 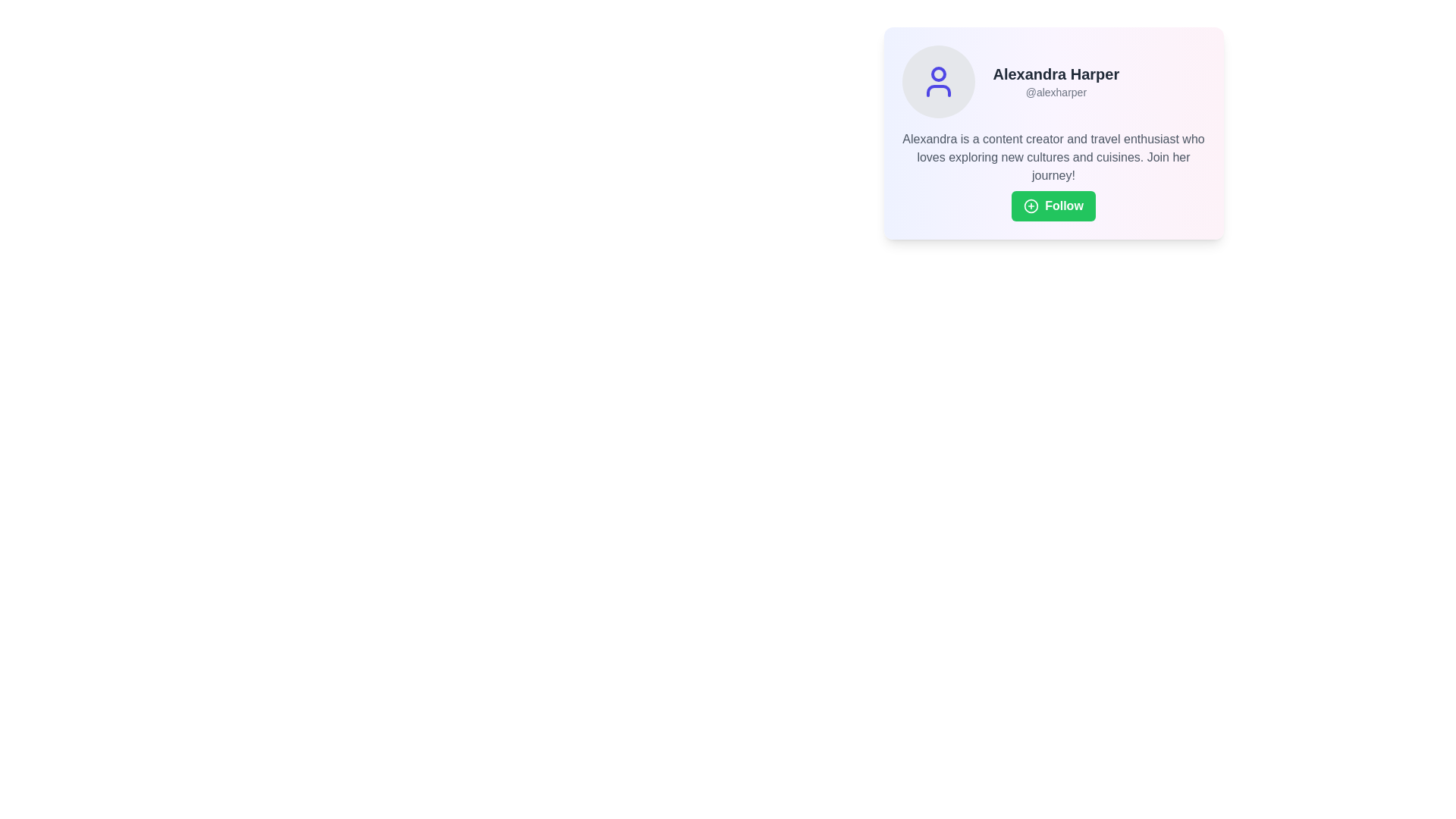 I want to click on the user profile icon located in the top-left corner of the profile card, above the name 'Alexandra Harper' and her username, so click(x=937, y=82).